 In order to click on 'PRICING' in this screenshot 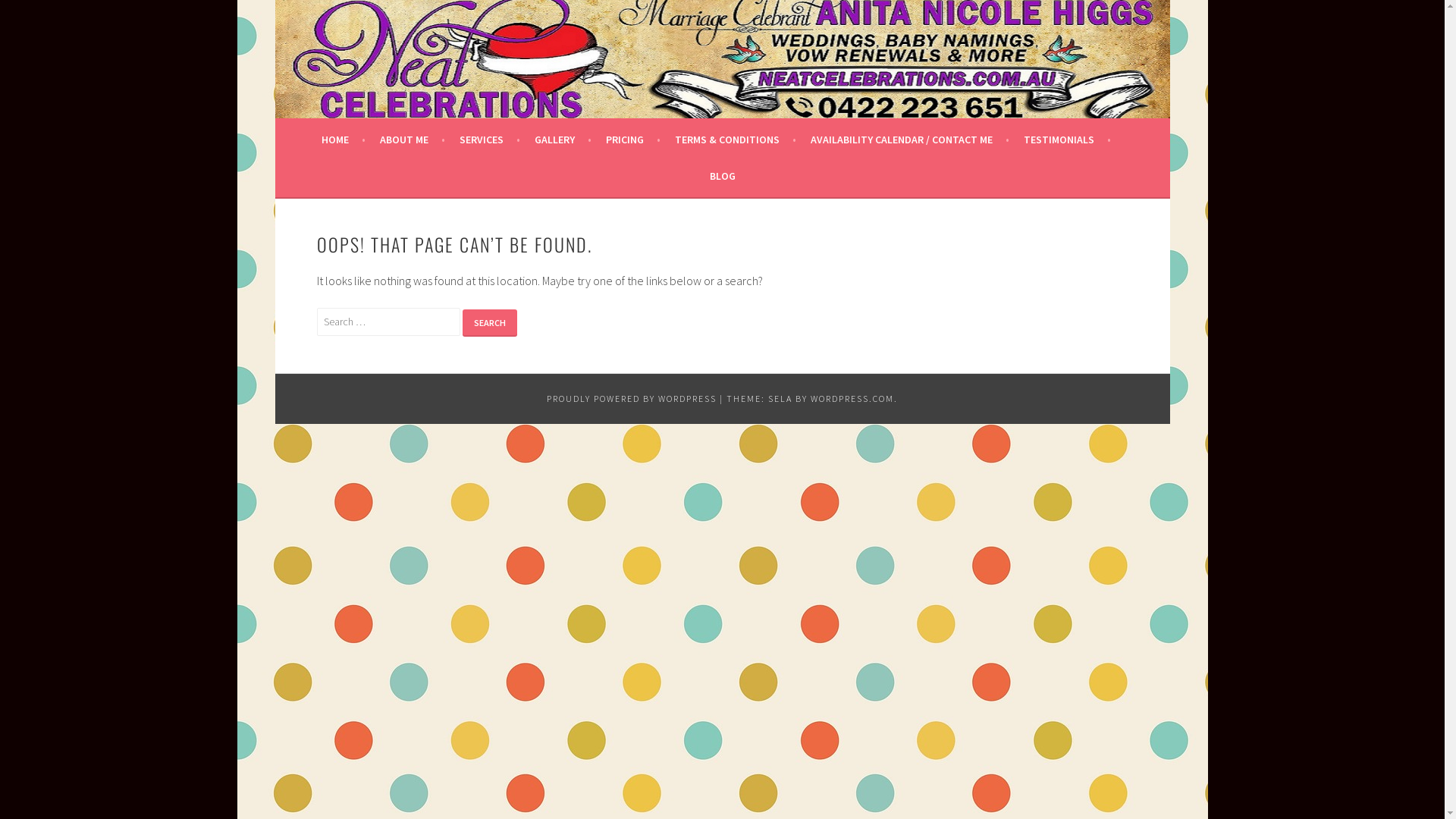, I will do `click(604, 140)`.